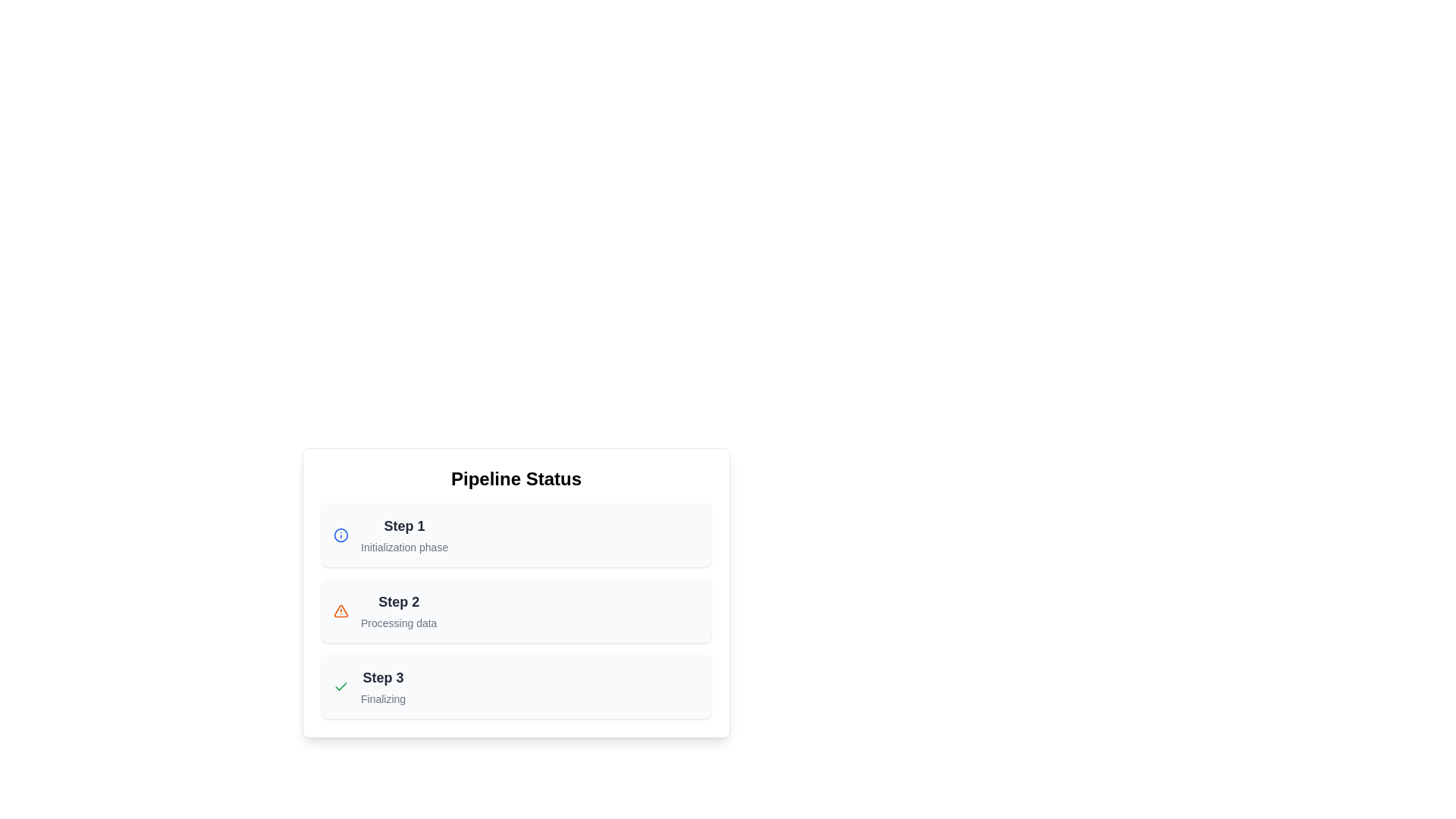 The height and width of the screenshot is (819, 1456). What do you see at coordinates (516, 592) in the screenshot?
I see `the informational card representing the second step in the pipeline process, which provides information about the 'Processing data' phase` at bounding box center [516, 592].